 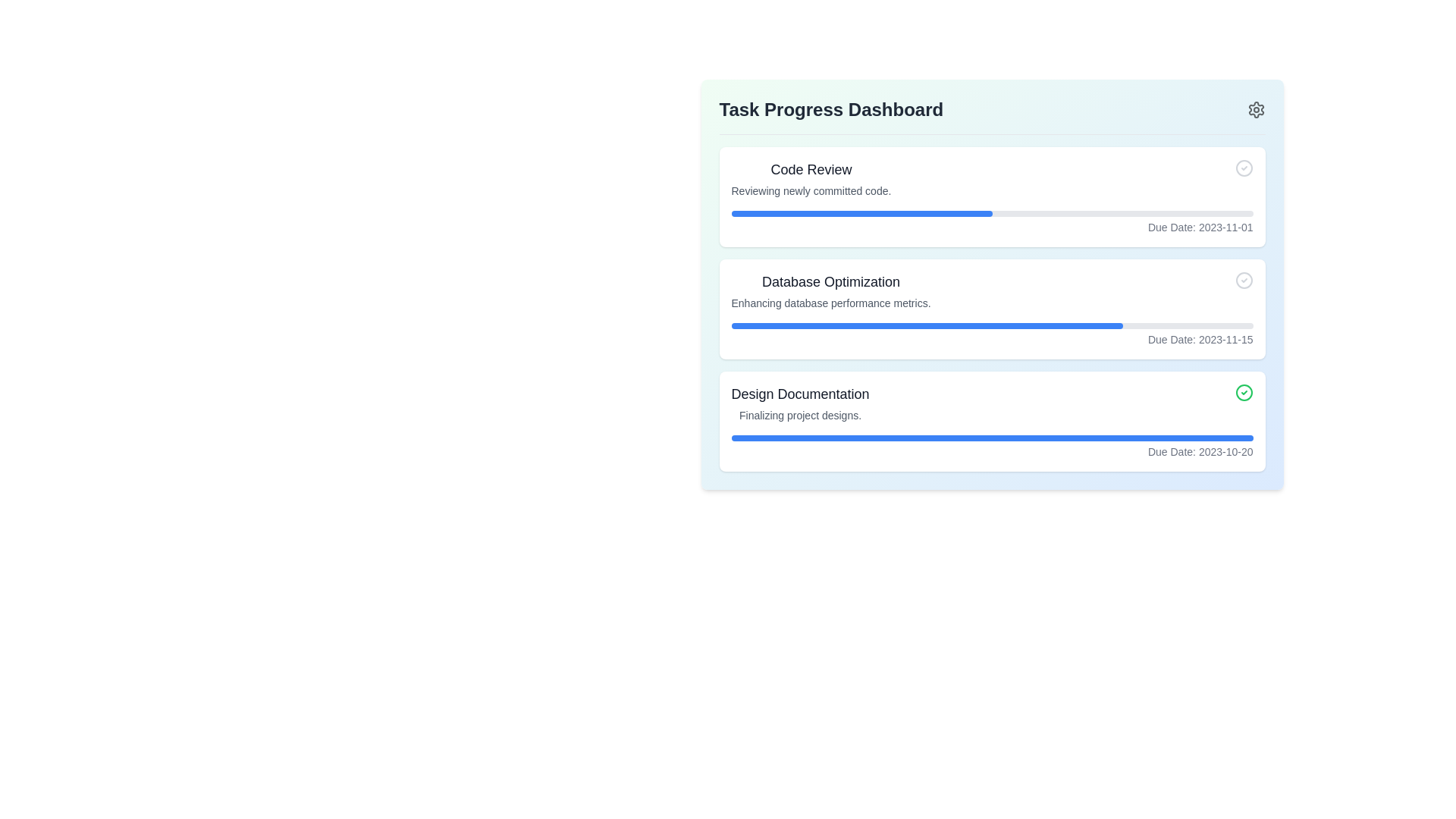 I want to click on the static text that specifies the due date for the task in the 'Code Review' card, located in the bottom-right section below the progress bar, so click(x=992, y=222).